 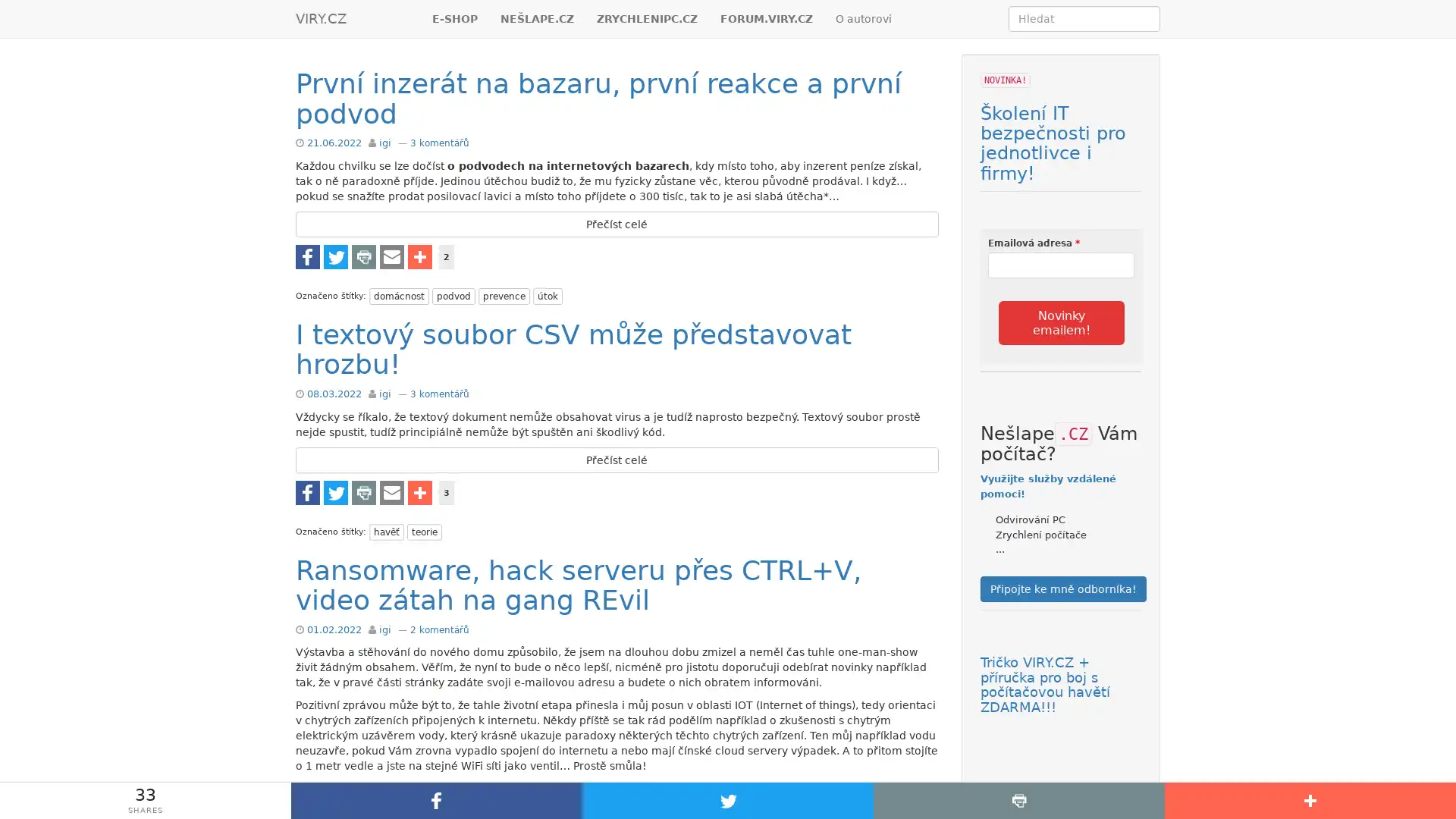 What do you see at coordinates (364, 256) in the screenshot?
I see `Share to Tisknout` at bounding box center [364, 256].